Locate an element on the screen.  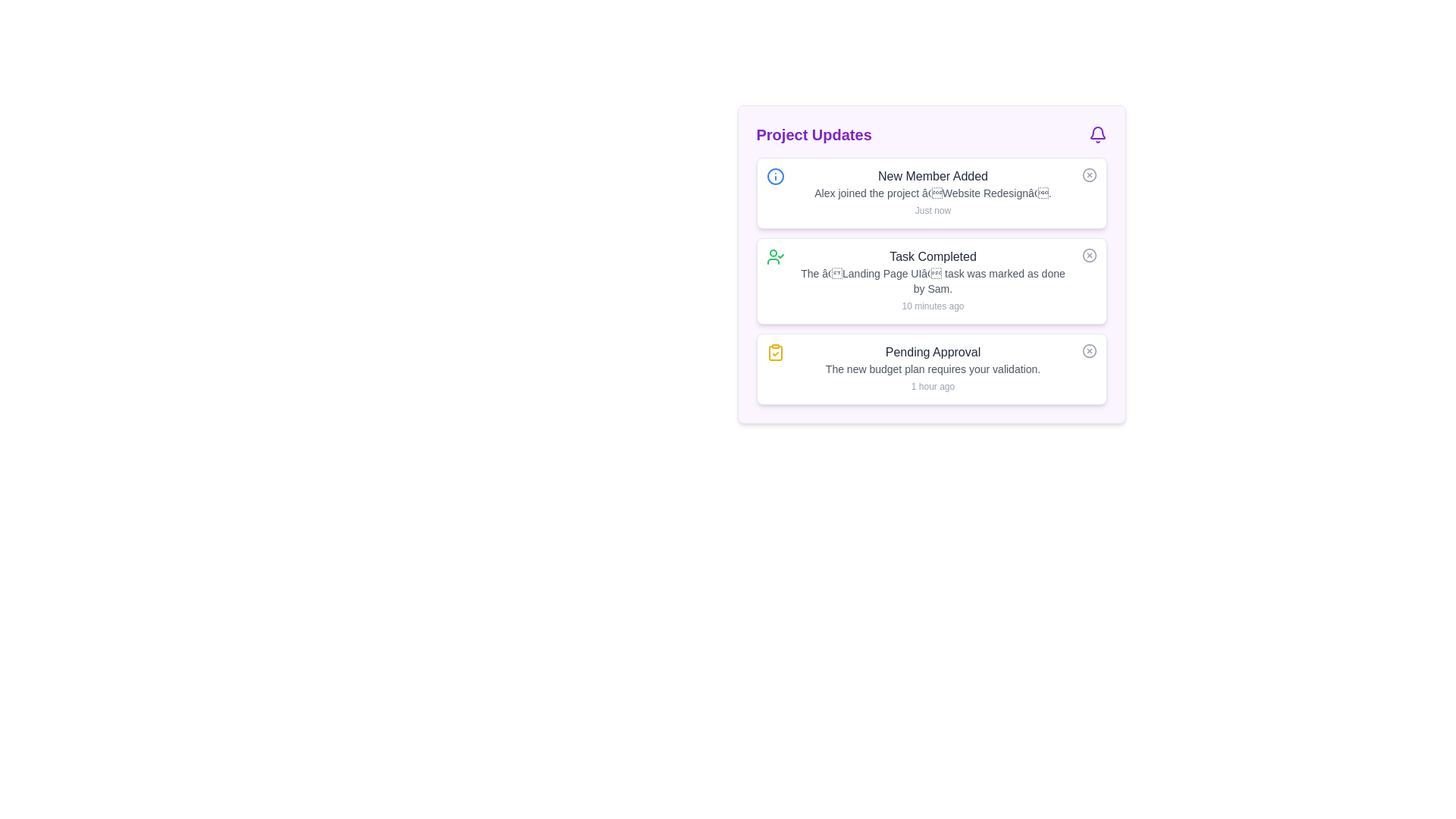
the purple bell-shaped icon located at the top-right corner of the notification card header is located at coordinates (1097, 132).